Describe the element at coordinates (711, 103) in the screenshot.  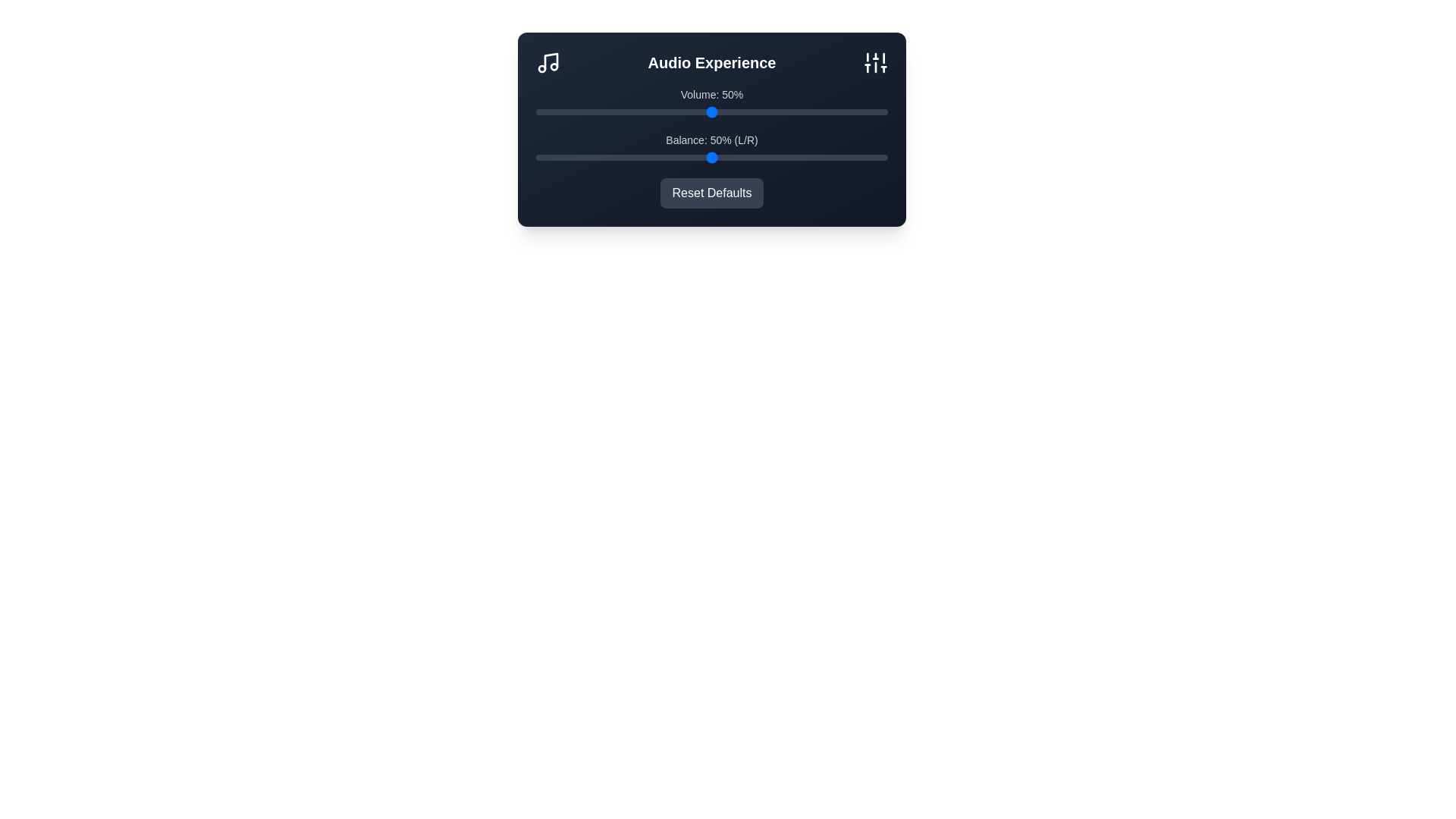
I see `the text displaying the percentage to select it` at that location.